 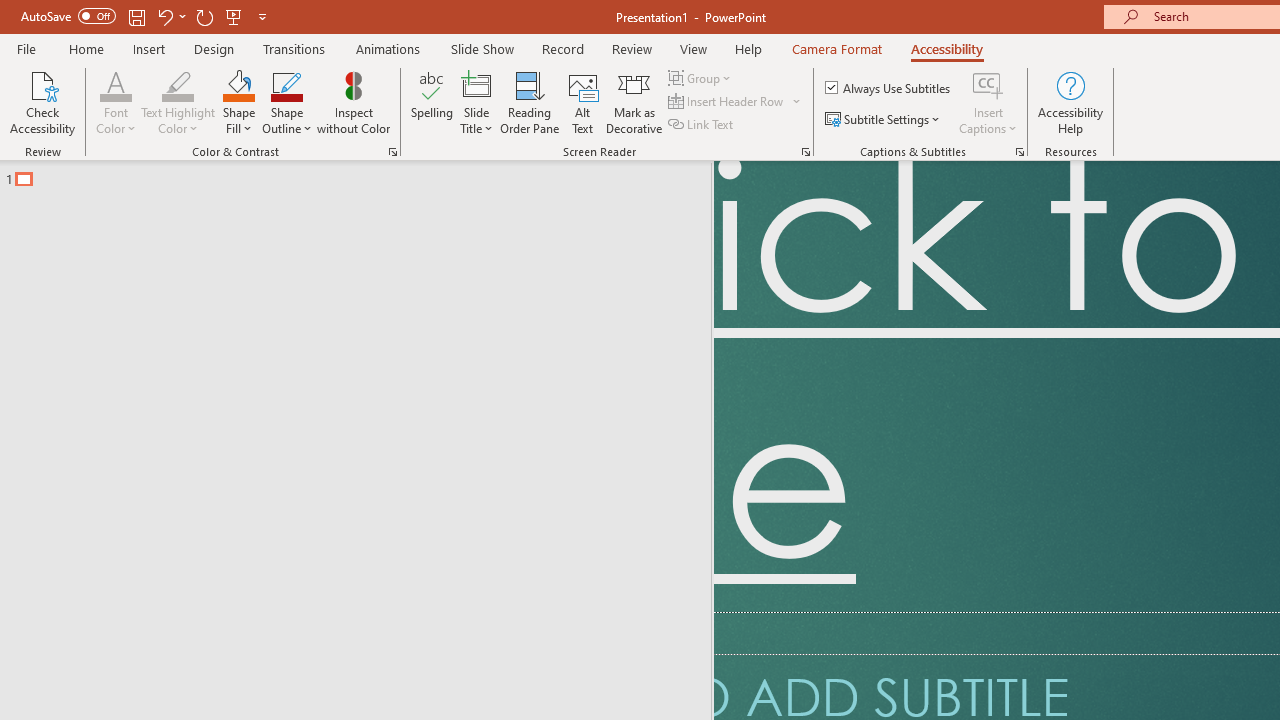 What do you see at coordinates (582, 103) in the screenshot?
I see `'Alt Text'` at bounding box center [582, 103].